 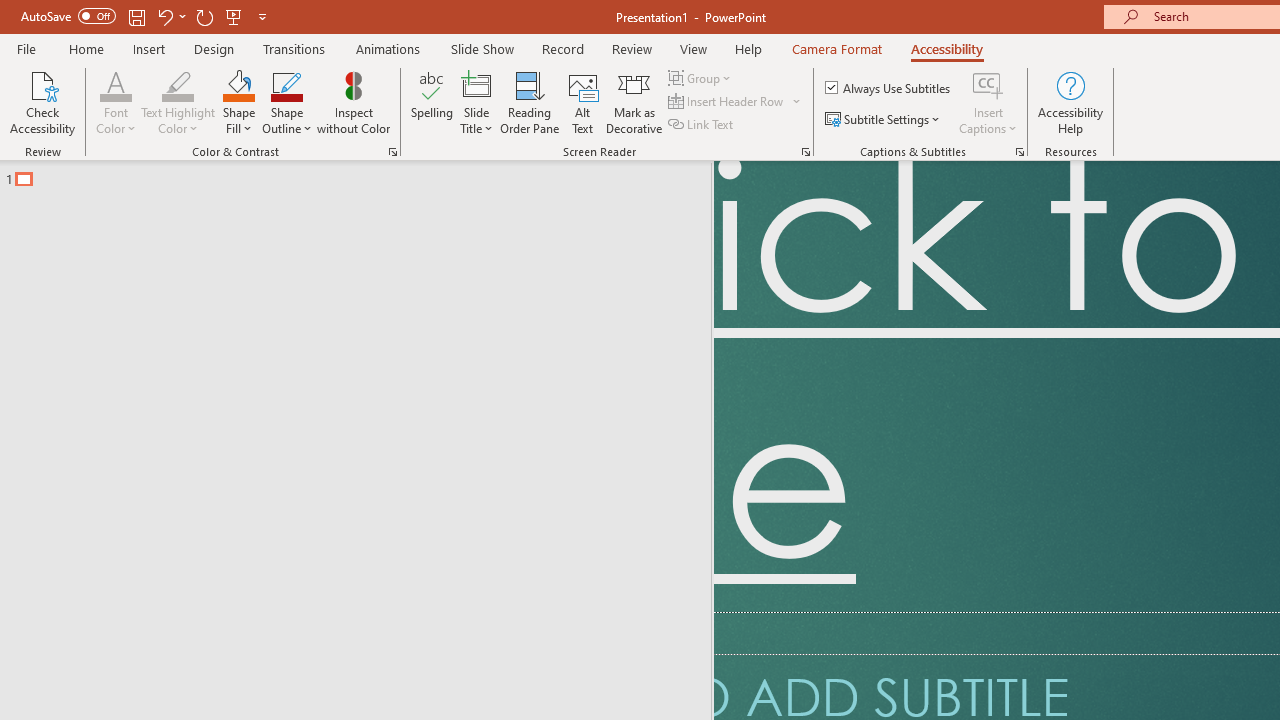 What do you see at coordinates (582, 103) in the screenshot?
I see `'Alt Text'` at bounding box center [582, 103].